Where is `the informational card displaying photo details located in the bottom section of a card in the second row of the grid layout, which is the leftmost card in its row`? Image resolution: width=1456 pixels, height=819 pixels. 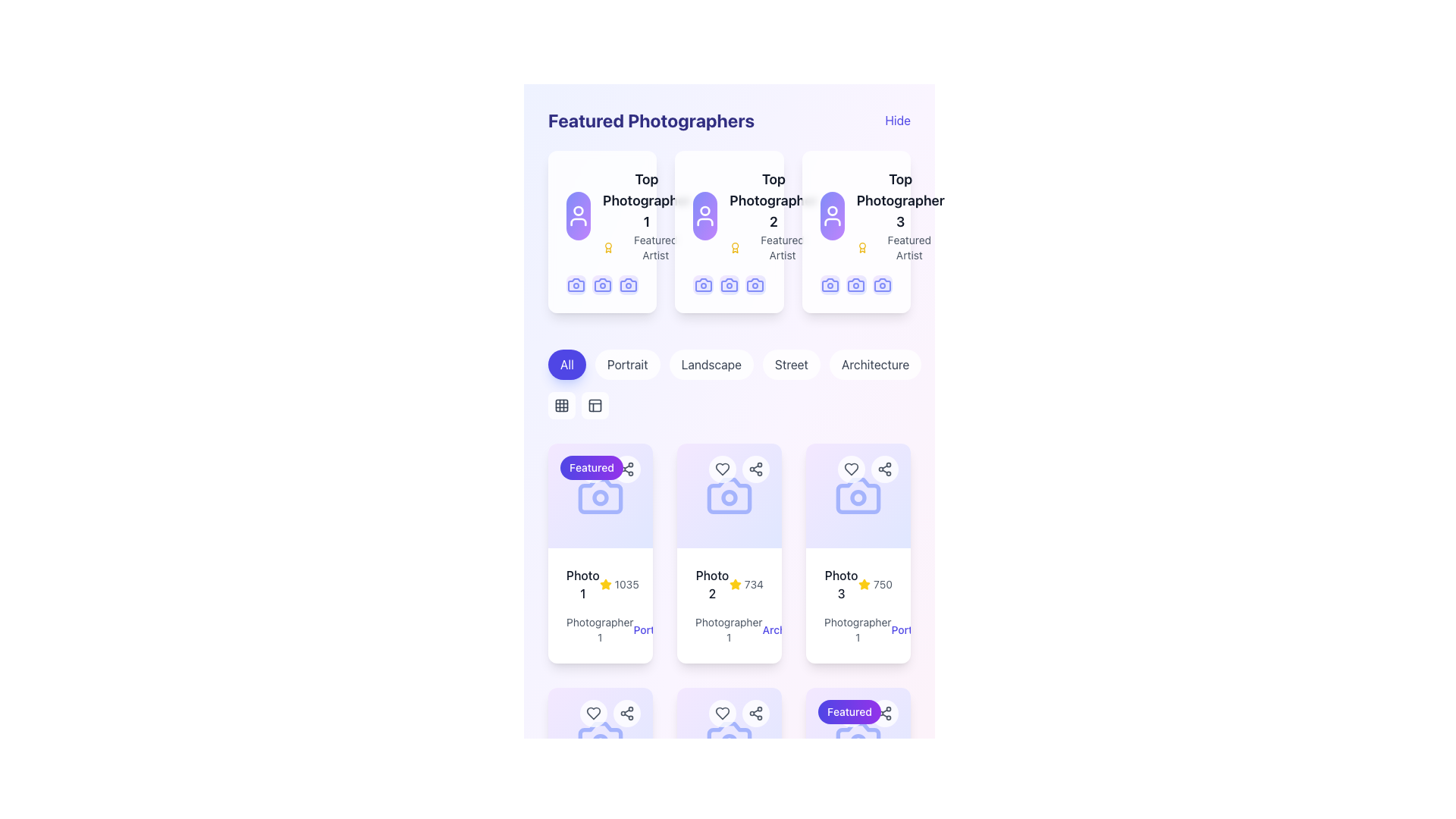 the informational card displaying photo details located in the bottom section of a card in the second row of the grid layout, which is the leftmost card in its row is located at coordinates (600, 604).